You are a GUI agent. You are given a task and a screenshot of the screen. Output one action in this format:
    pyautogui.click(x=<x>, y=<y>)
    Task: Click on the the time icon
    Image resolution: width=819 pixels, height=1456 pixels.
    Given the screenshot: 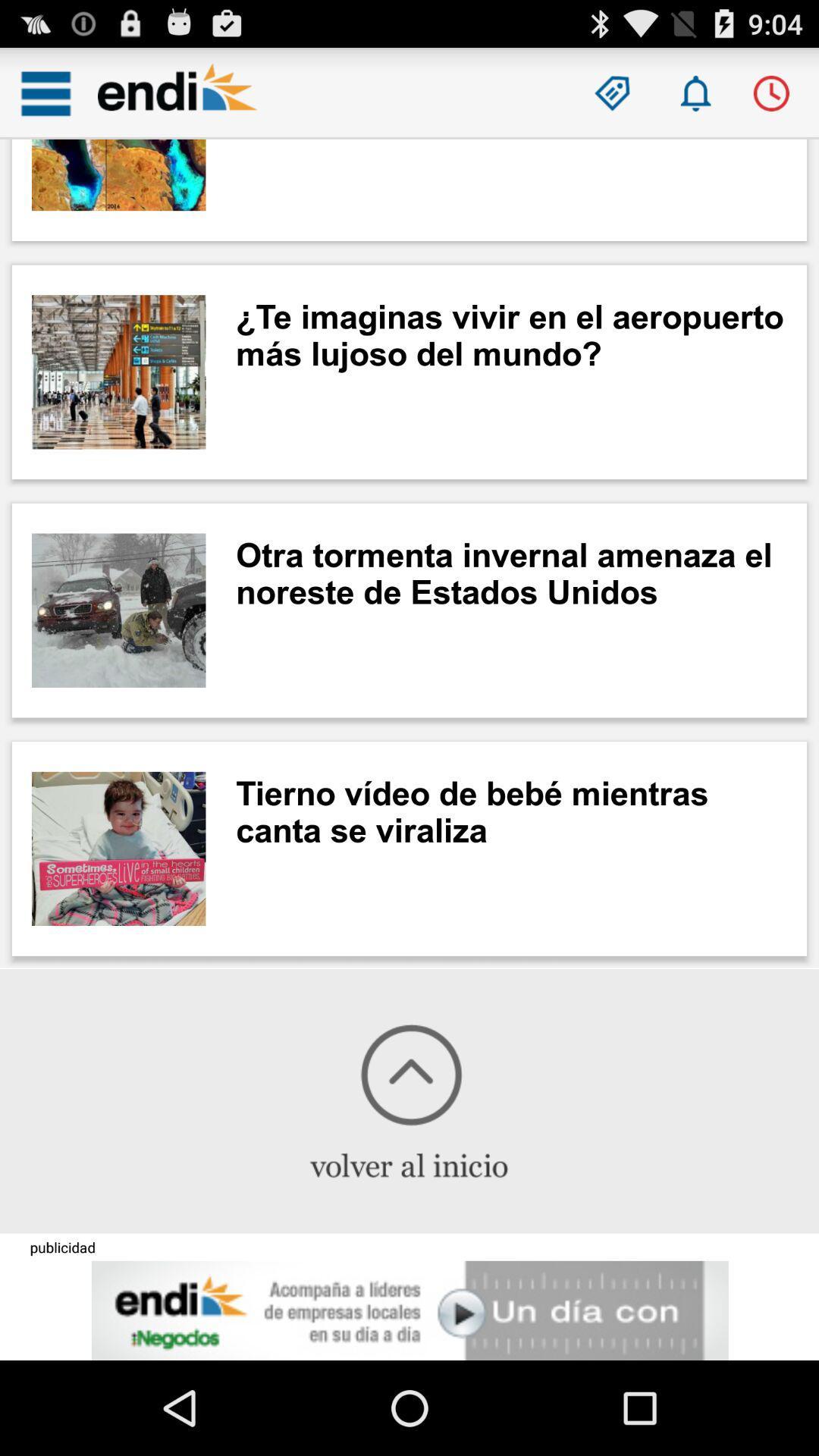 What is the action you would take?
    pyautogui.click(x=771, y=99)
    